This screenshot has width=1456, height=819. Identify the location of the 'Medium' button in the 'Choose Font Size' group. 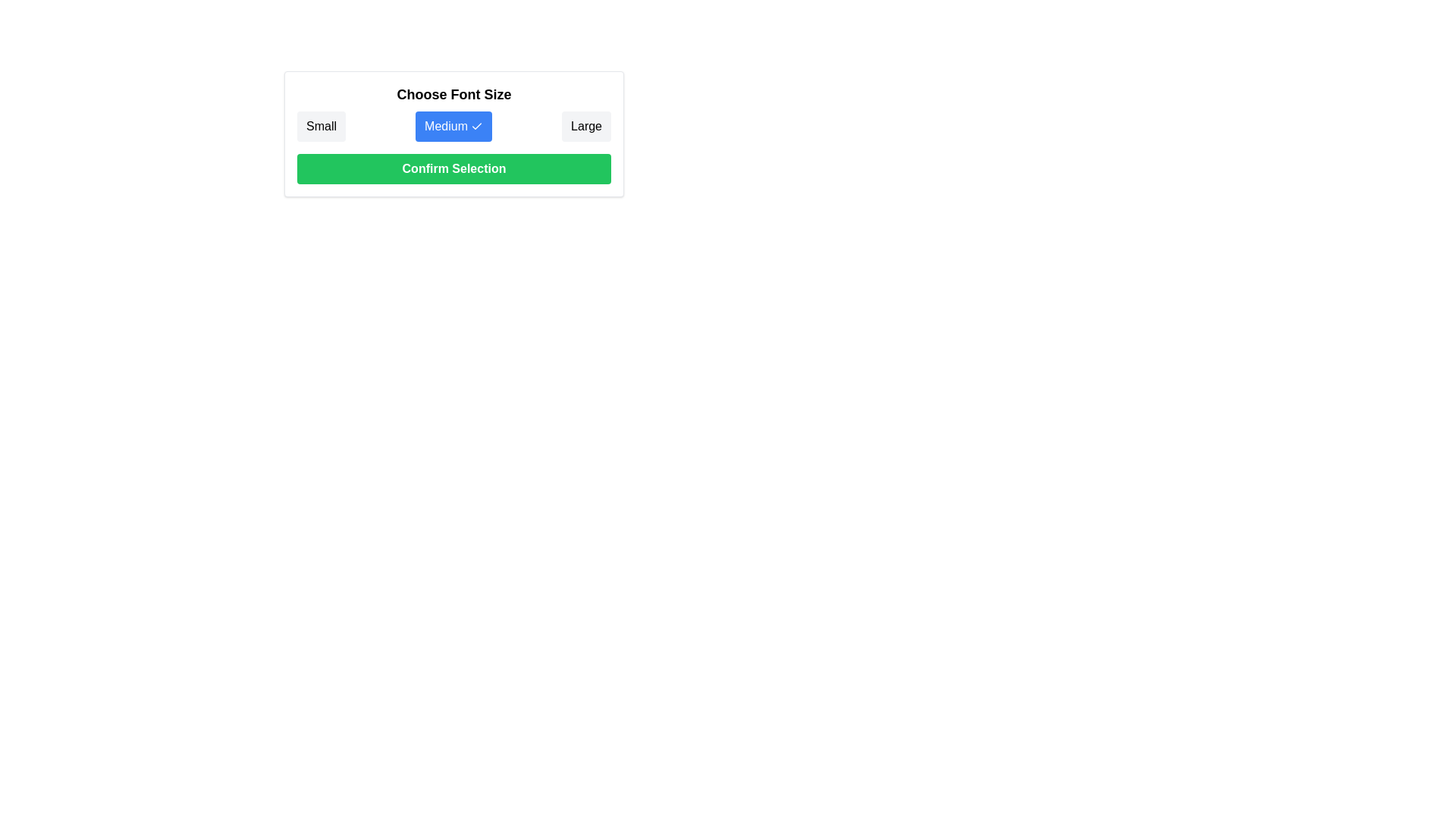
(453, 125).